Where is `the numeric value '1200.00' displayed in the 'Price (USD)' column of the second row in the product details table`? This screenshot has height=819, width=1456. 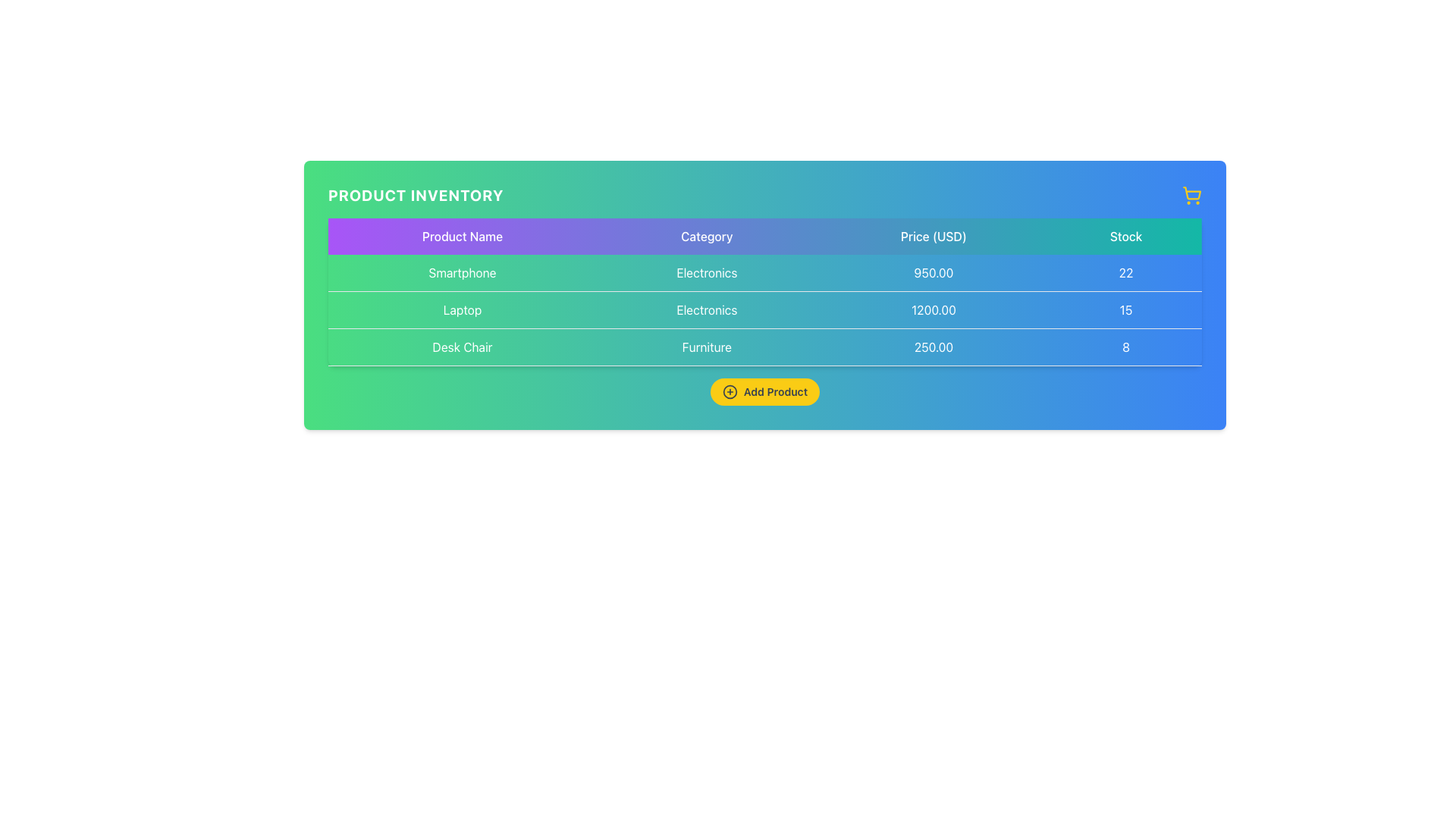
the numeric value '1200.00' displayed in the 'Price (USD)' column of the second row in the product details table is located at coordinates (933, 309).